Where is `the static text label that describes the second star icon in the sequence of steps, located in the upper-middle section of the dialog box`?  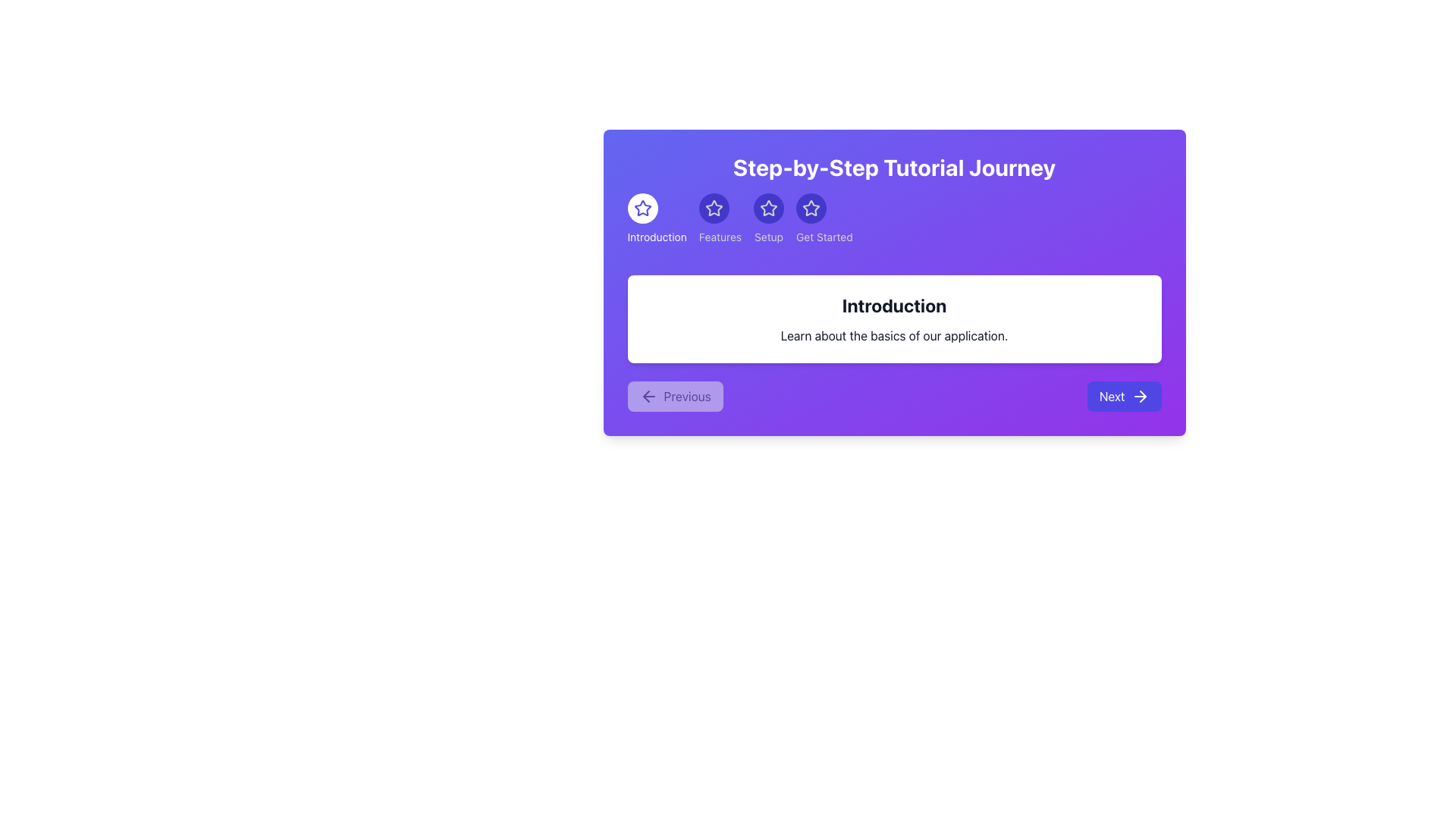
the static text label that describes the second star icon in the sequence of steps, located in the upper-middle section of the dialog box is located at coordinates (720, 237).